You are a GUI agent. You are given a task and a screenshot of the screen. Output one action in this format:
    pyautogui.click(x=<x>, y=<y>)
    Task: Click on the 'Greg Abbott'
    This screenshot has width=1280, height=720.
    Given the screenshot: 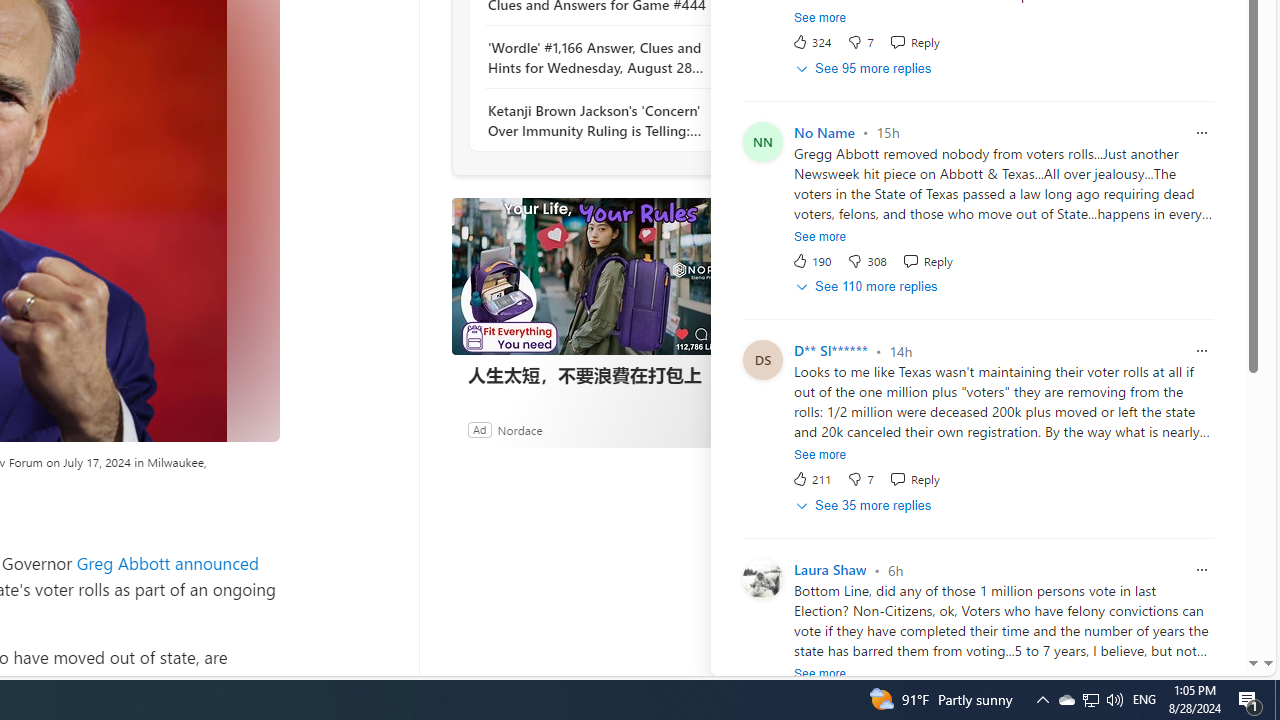 What is the action you would take?
    pyautogui.click(x=122, y=563)
    